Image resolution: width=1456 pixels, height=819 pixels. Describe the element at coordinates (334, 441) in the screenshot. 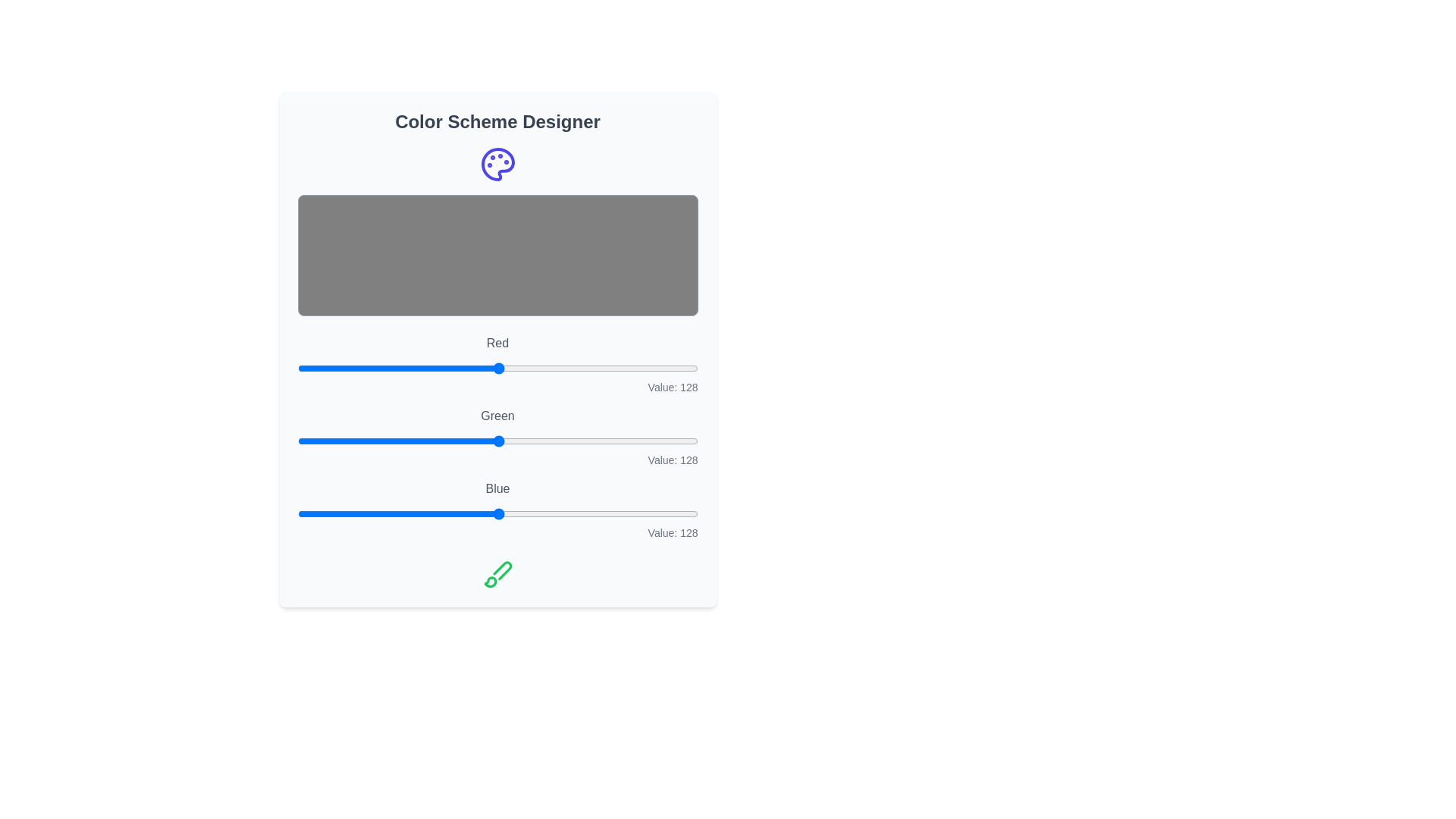

I see `the slider` at that location.